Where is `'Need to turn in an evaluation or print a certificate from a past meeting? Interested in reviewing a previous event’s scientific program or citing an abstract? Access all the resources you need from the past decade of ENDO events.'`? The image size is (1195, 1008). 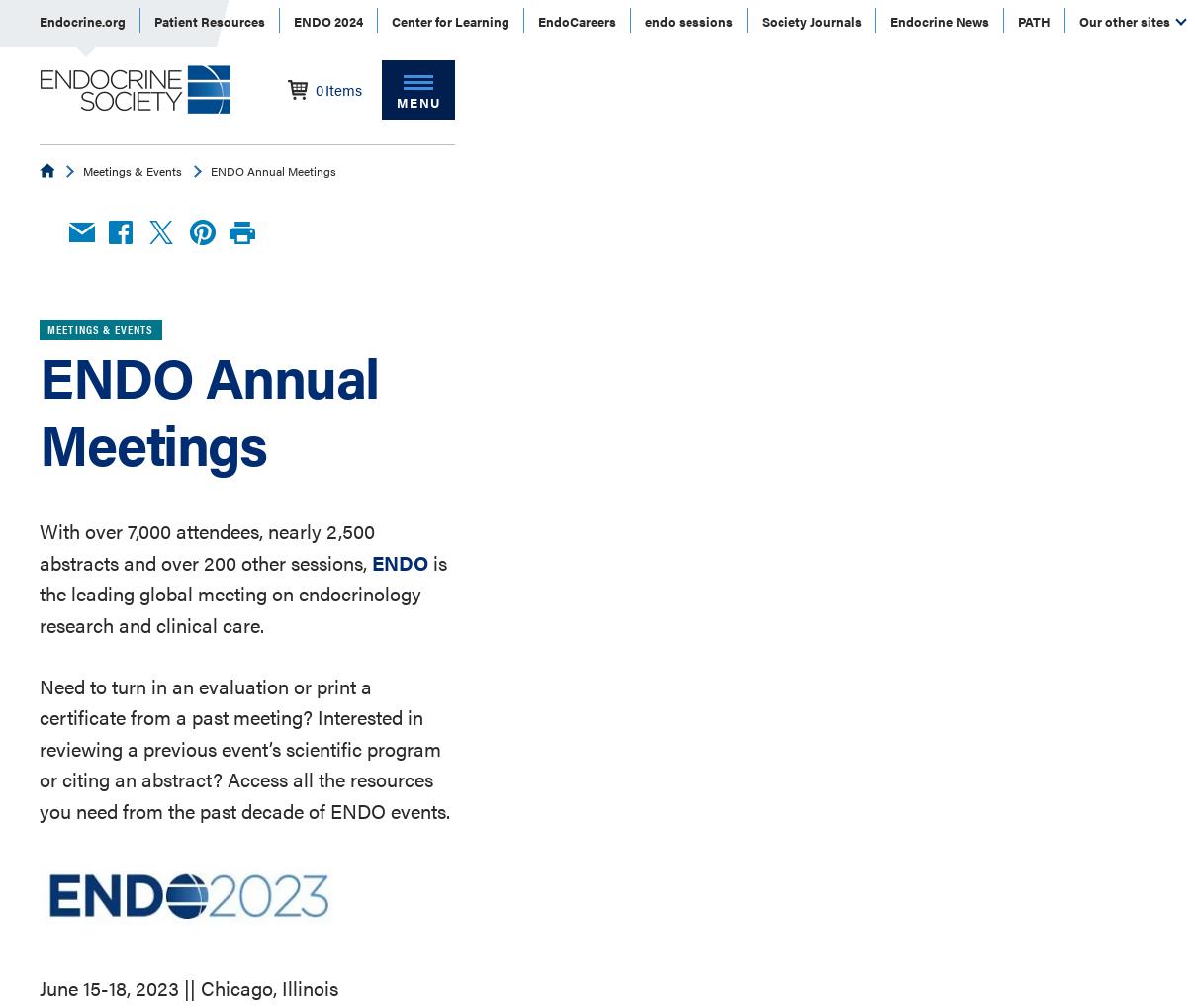 'Need to turn in an evaluation or print a certificate from a past meeting? Interested in reviewing a previous event’s scientific program or citing an abstract? Access all the resources you need from the past decade of ENDO events.' is located at coordinates (244, 746).